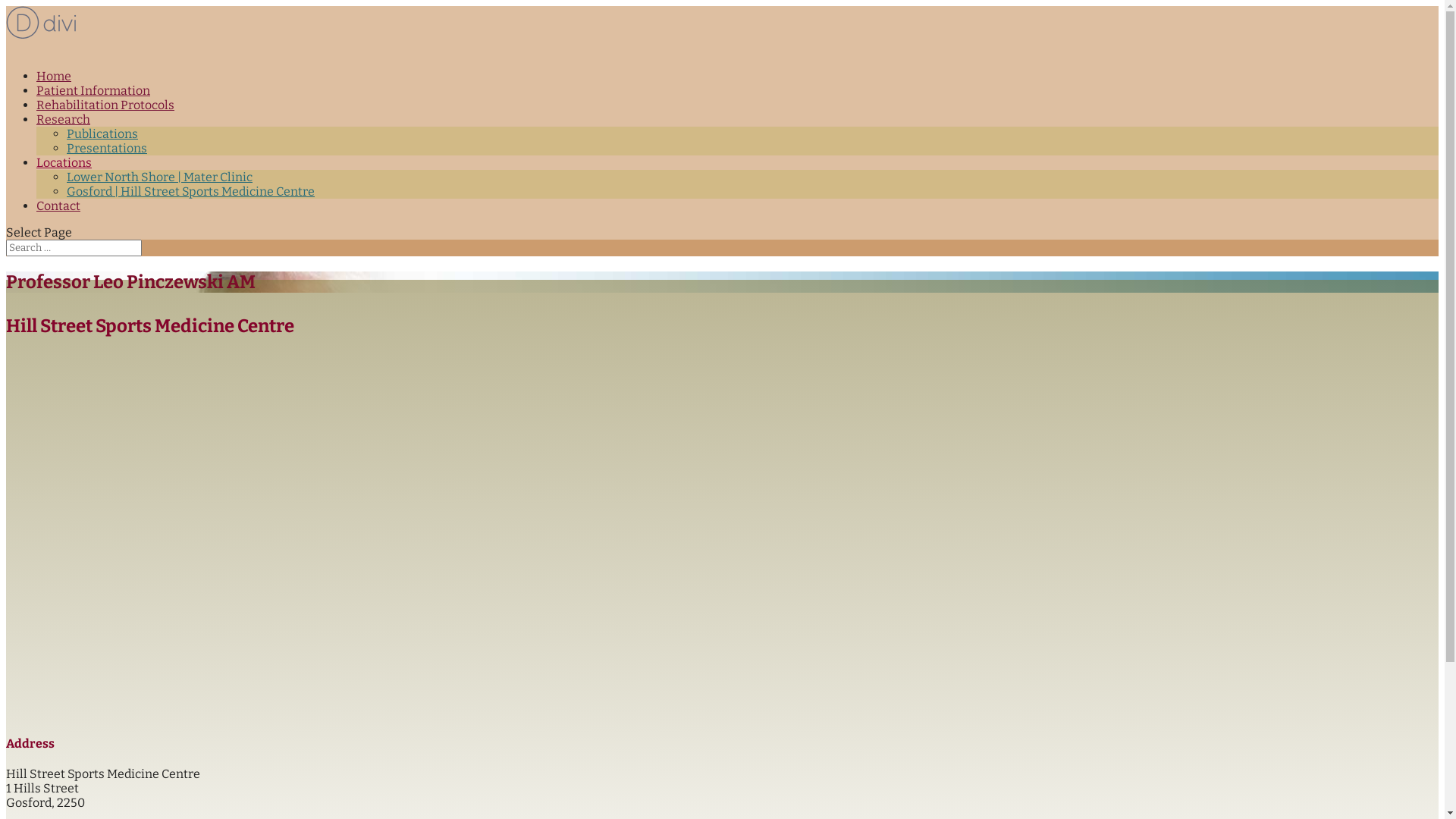 Image resolution: width=1456 pixels, height=819 pixels. What do you see at coordinates (101, 133) in the screenshot?
I see `'Publications'` at bounding box center [101, 133].